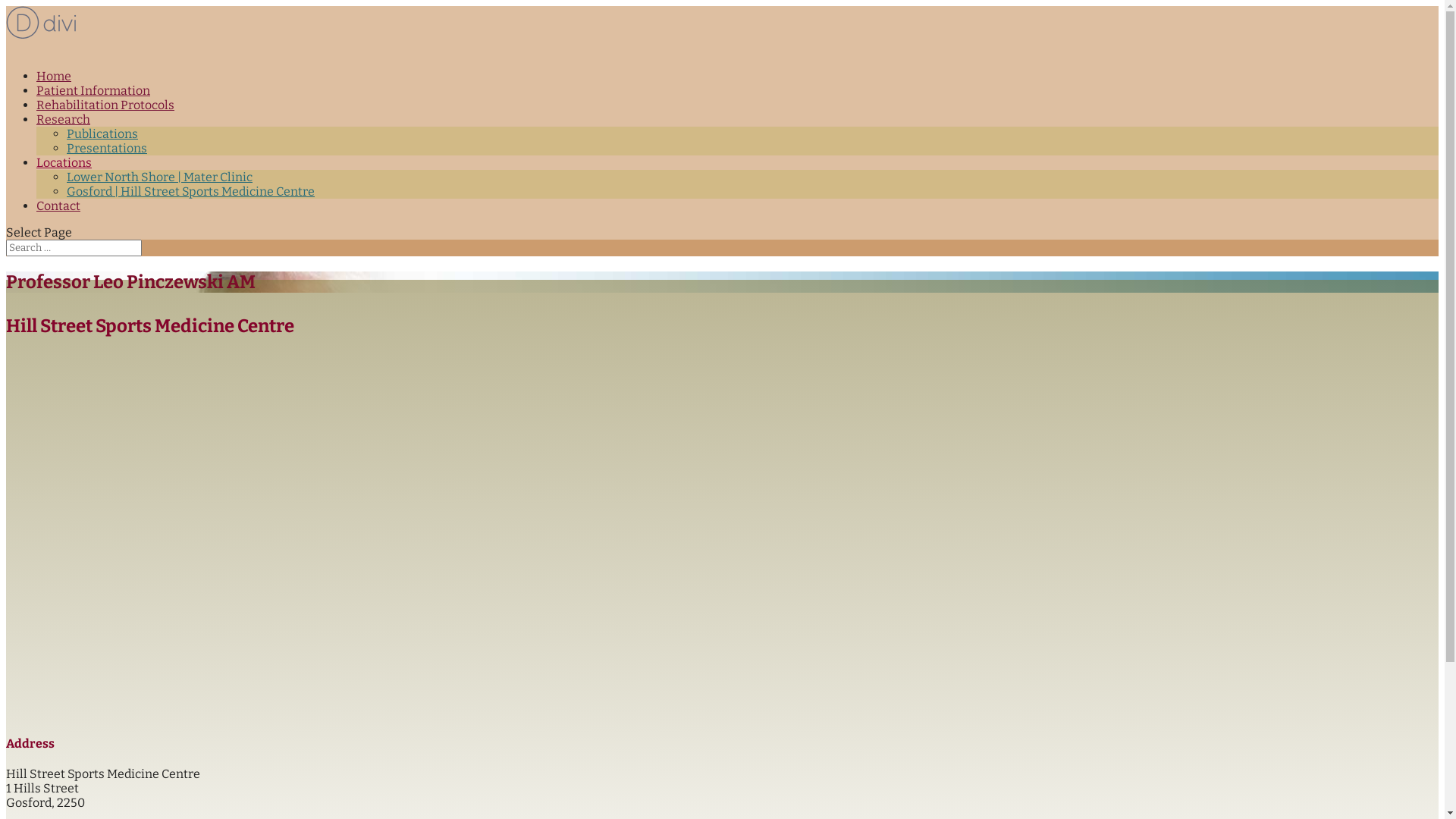 Image resolution: width=1456 pixels, height=819 pixels. What do you see at coordinates (101, 133) in the screenshot?
I see `'Publications'` at bounding box center [101, 133].